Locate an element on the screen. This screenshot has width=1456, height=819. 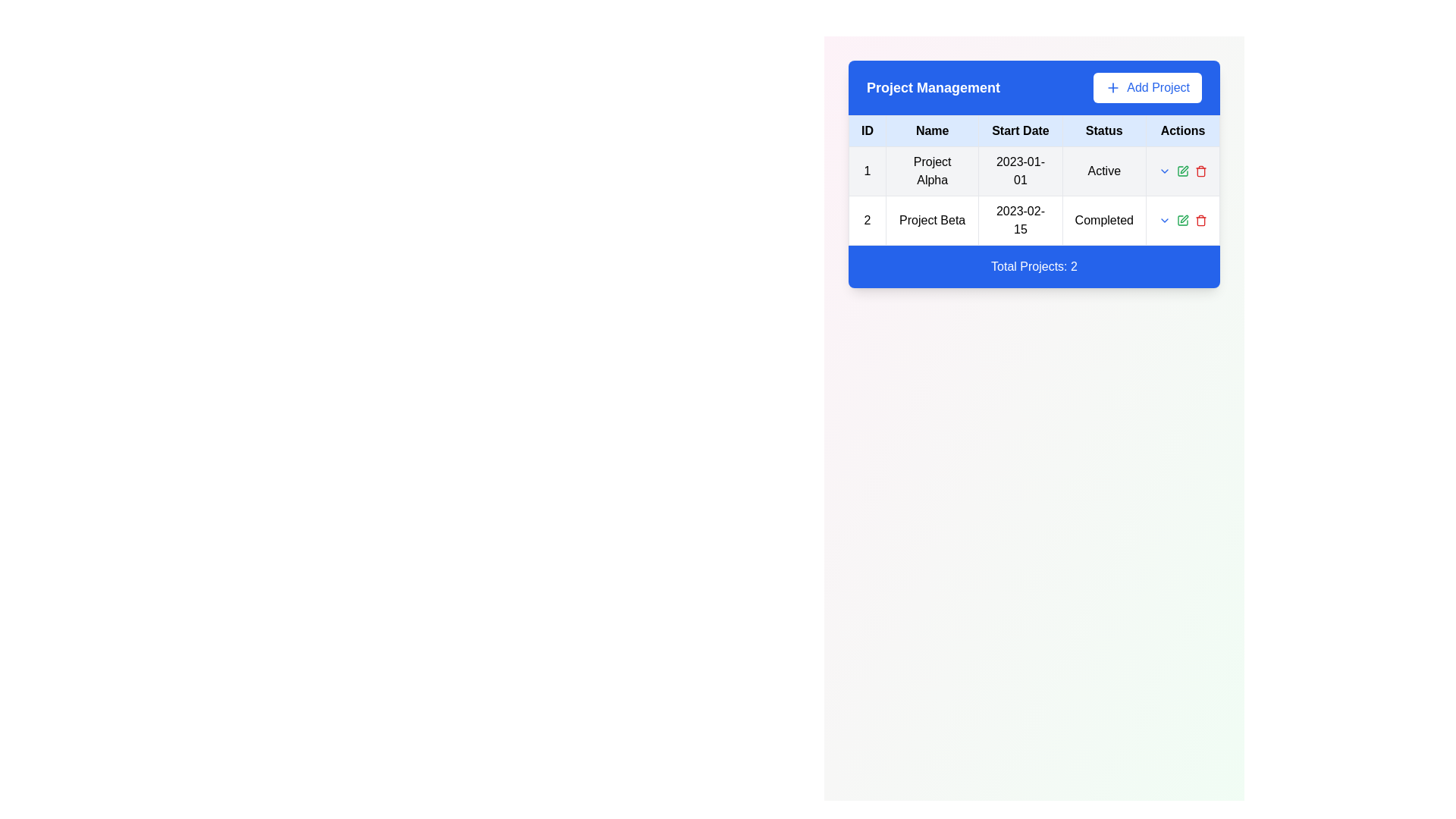
the blue-colored text label reading 'Add Project' located in the top-right corner of the main content section, adjacent to a white button with a plus sign is located at coordinates (1157, 87).